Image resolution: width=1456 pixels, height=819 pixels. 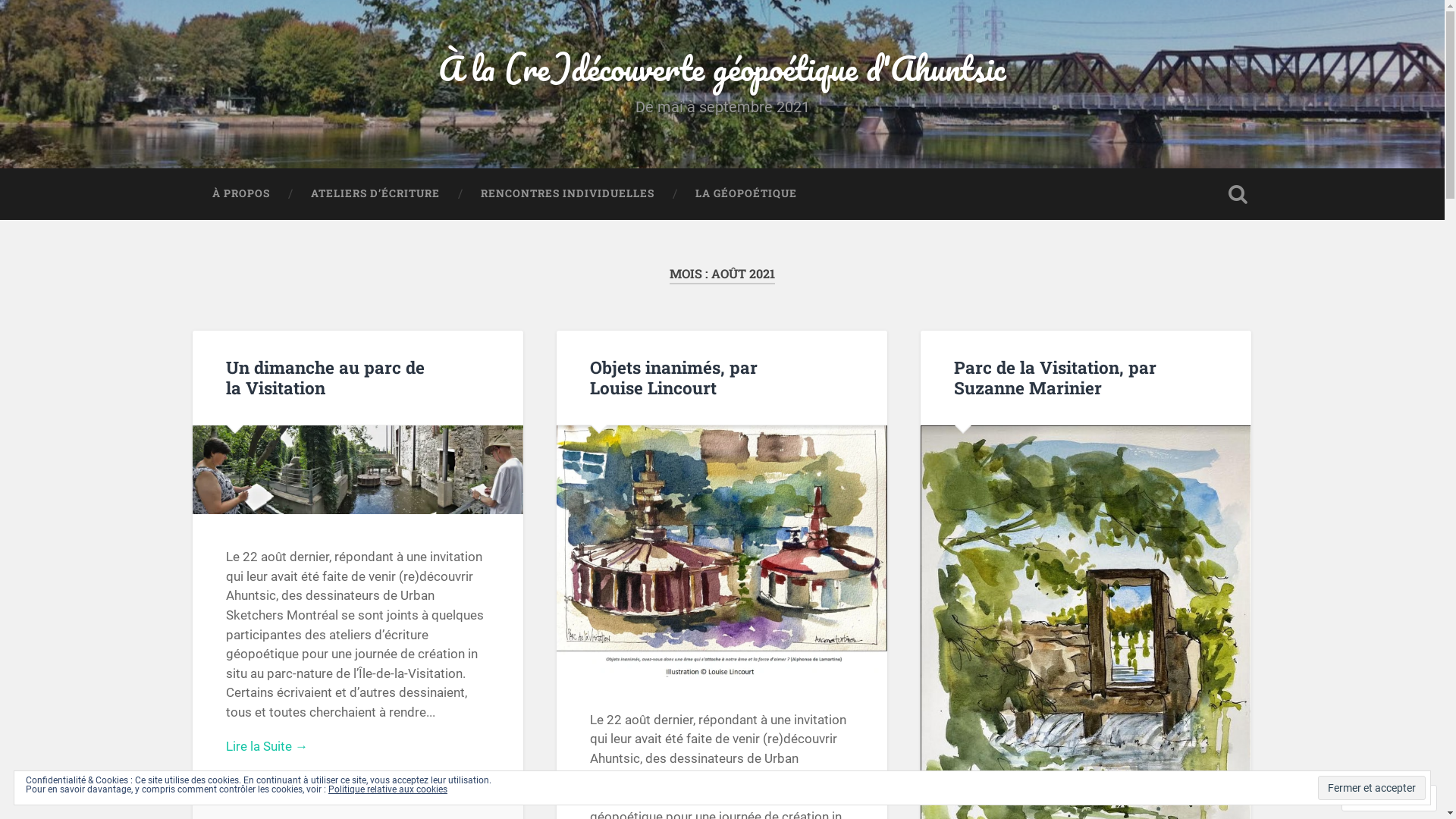 What do you see at coordinates (1238, 193) in the screenshot?
I see `'Ouvrir la recherche'` at bounding box center [1238, 193].